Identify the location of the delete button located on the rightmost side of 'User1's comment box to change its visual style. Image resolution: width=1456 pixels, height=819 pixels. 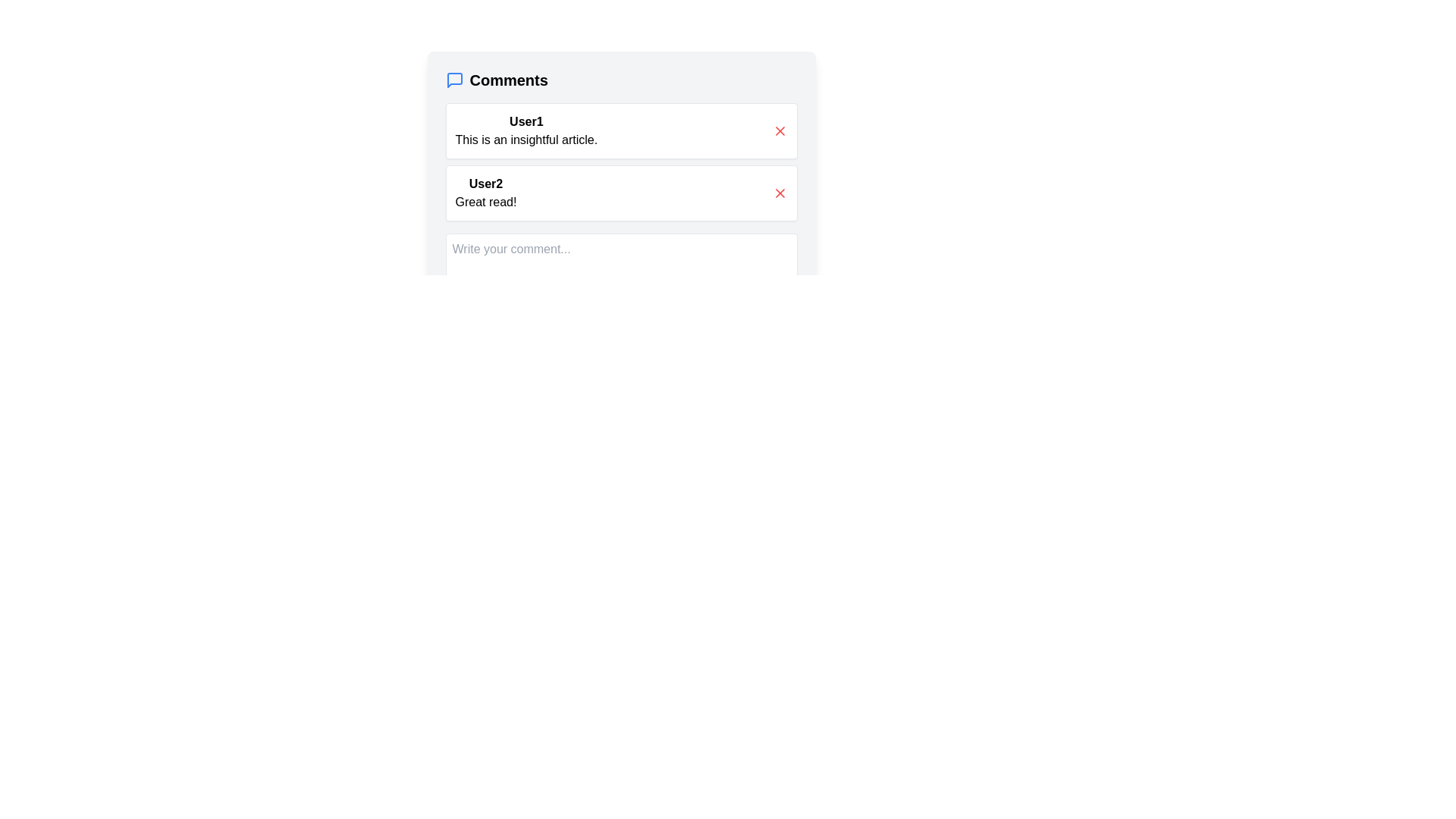
(780, 130).